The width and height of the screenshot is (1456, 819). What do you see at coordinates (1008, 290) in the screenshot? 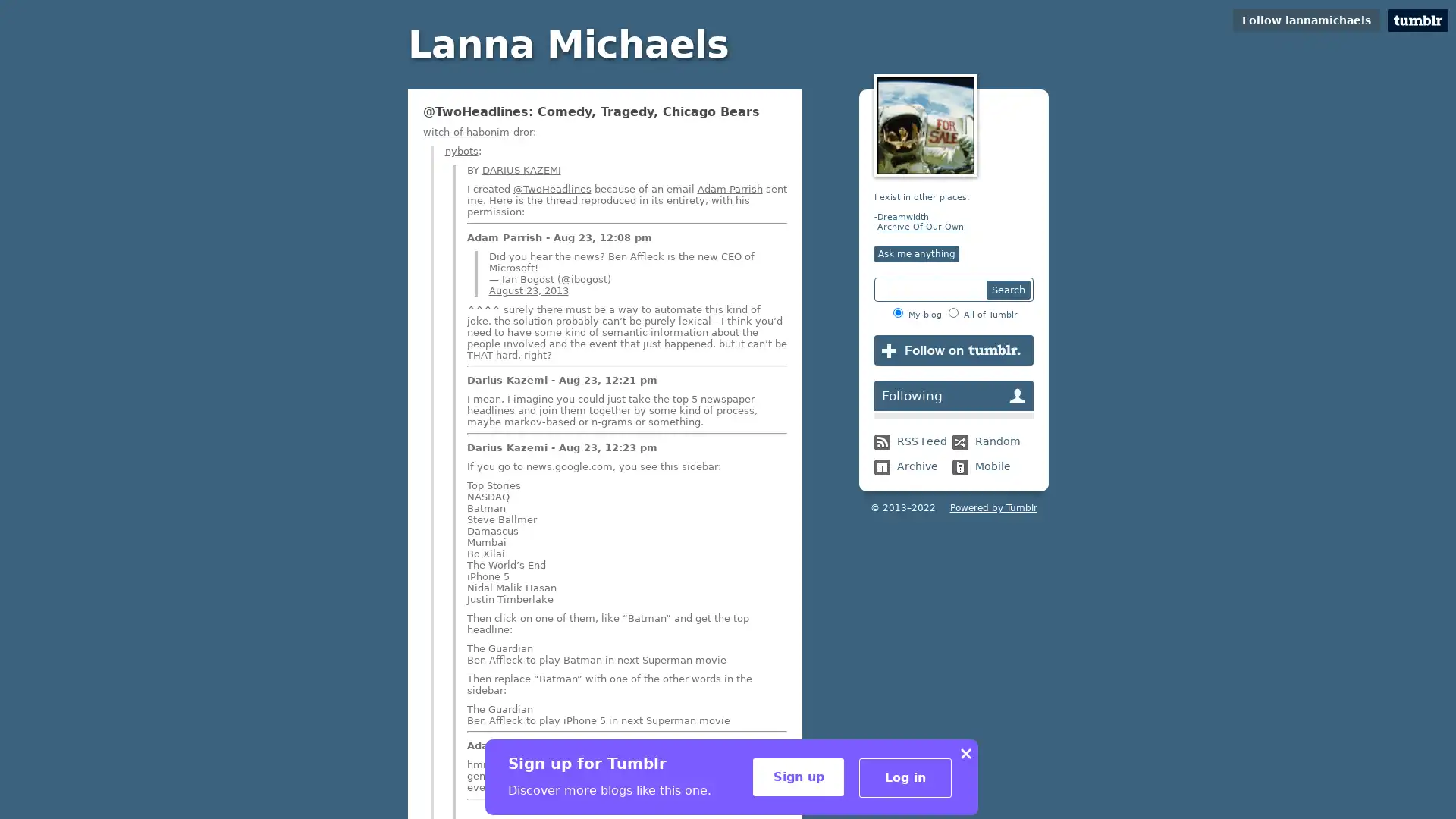
I see `Search` at bounding box center [1008, 290].